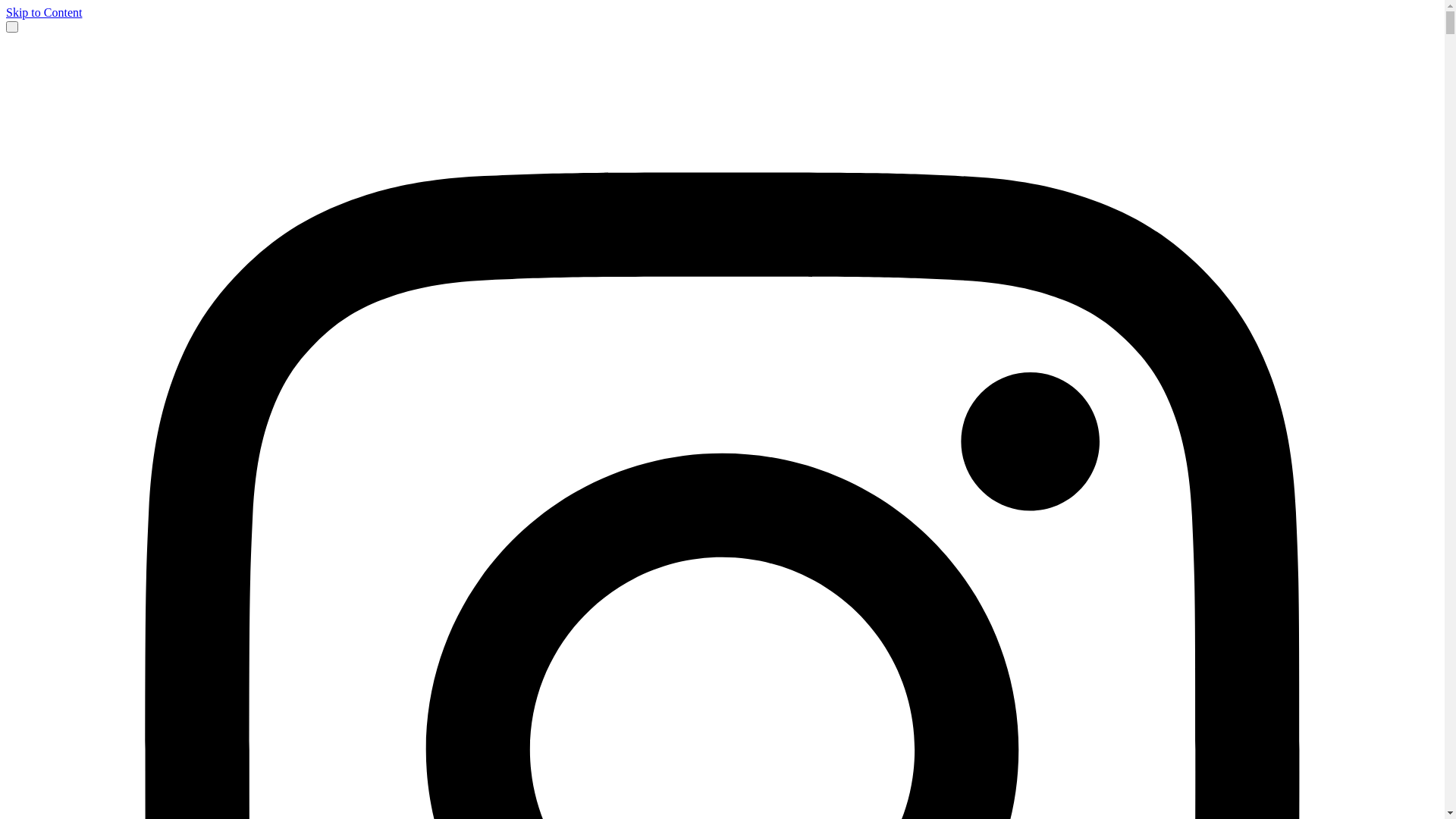  What do you see at coordinates (43, 12) in the screenshot?
I see `'Skip to Content'` at bounding box center [43, 12].